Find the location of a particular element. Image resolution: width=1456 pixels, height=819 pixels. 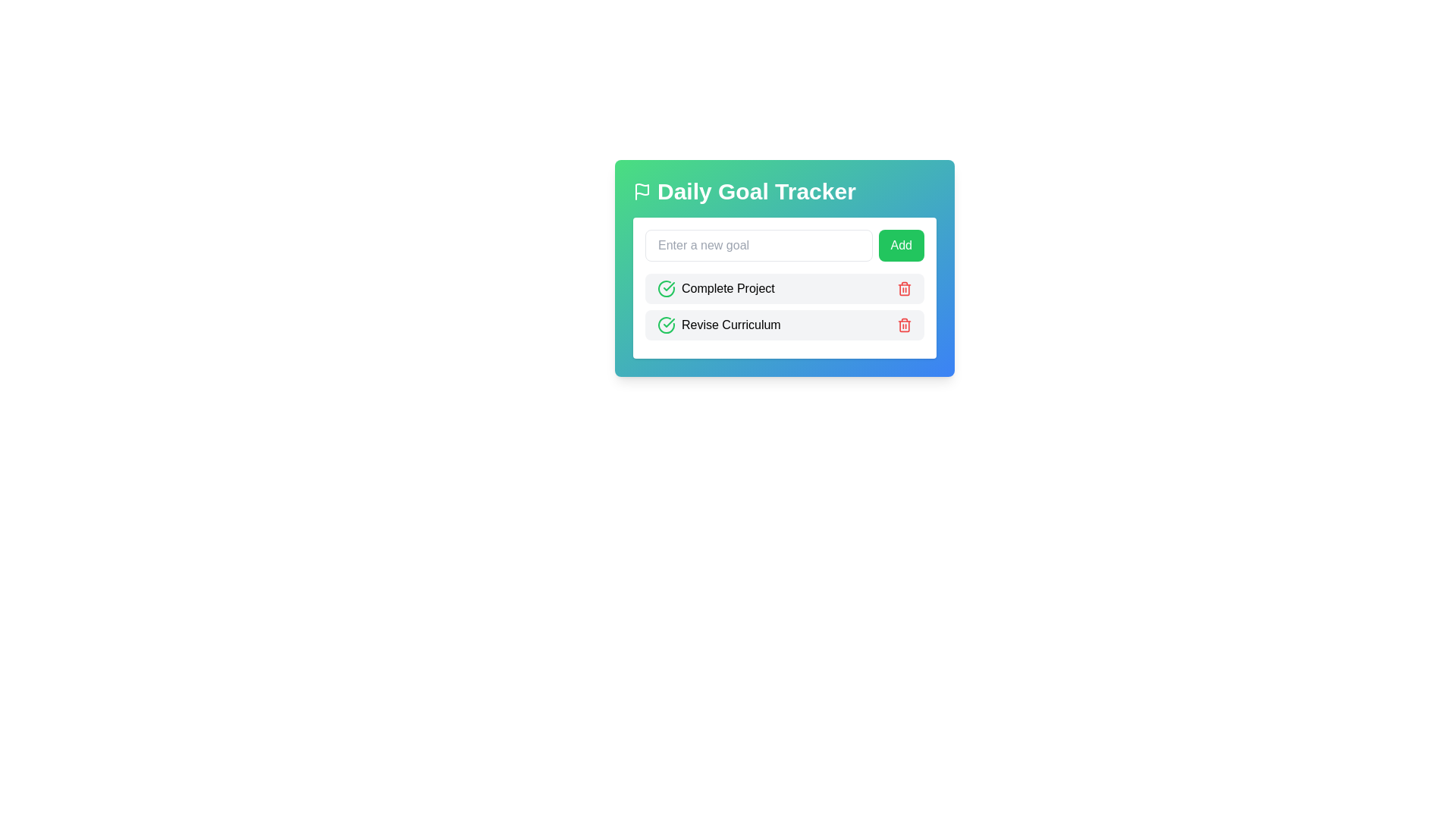

the button is located at coordinates (901, 245).